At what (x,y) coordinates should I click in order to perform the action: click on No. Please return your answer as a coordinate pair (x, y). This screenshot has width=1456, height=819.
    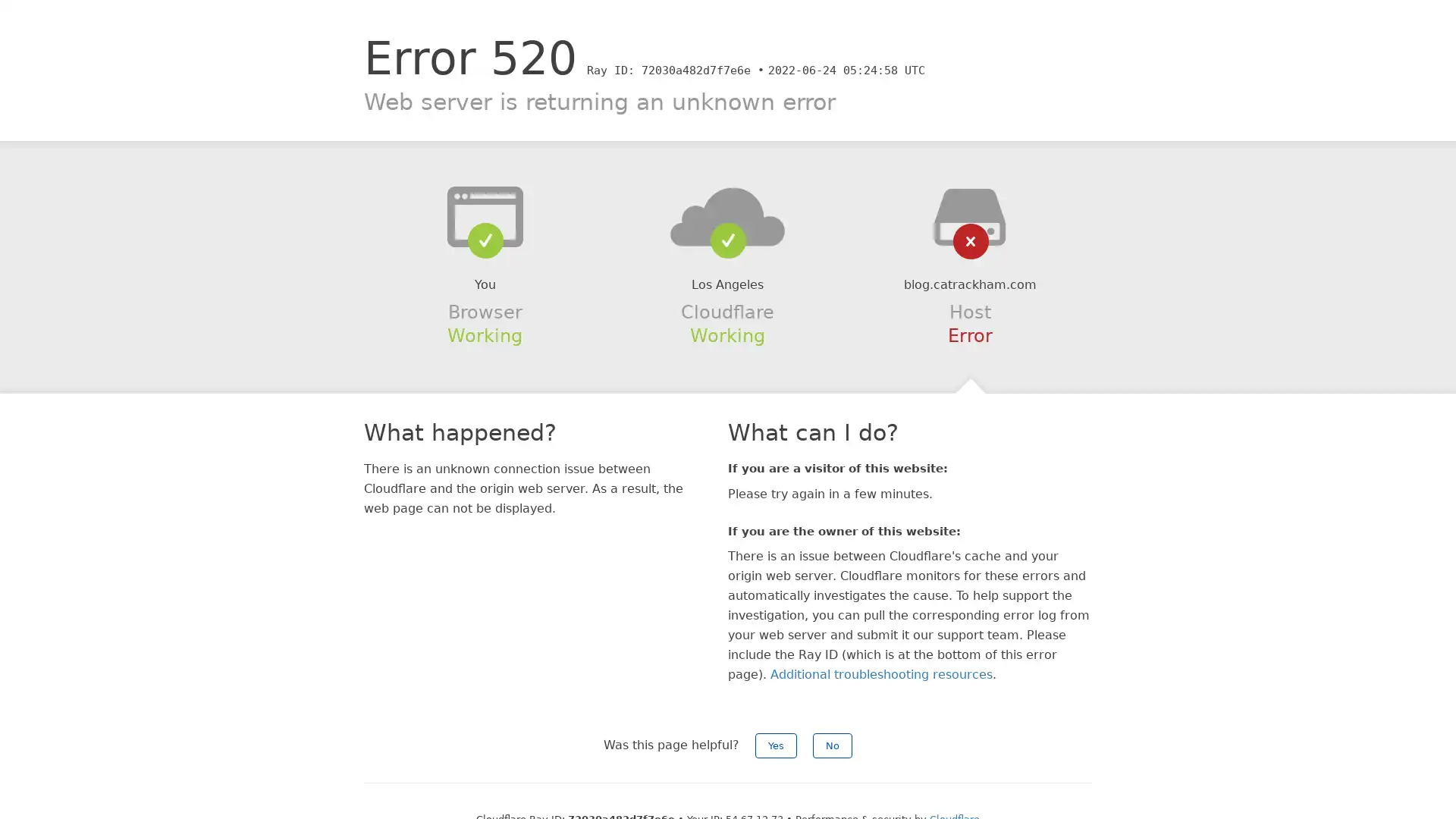
    Looking at the image, I should click on (832, 745).